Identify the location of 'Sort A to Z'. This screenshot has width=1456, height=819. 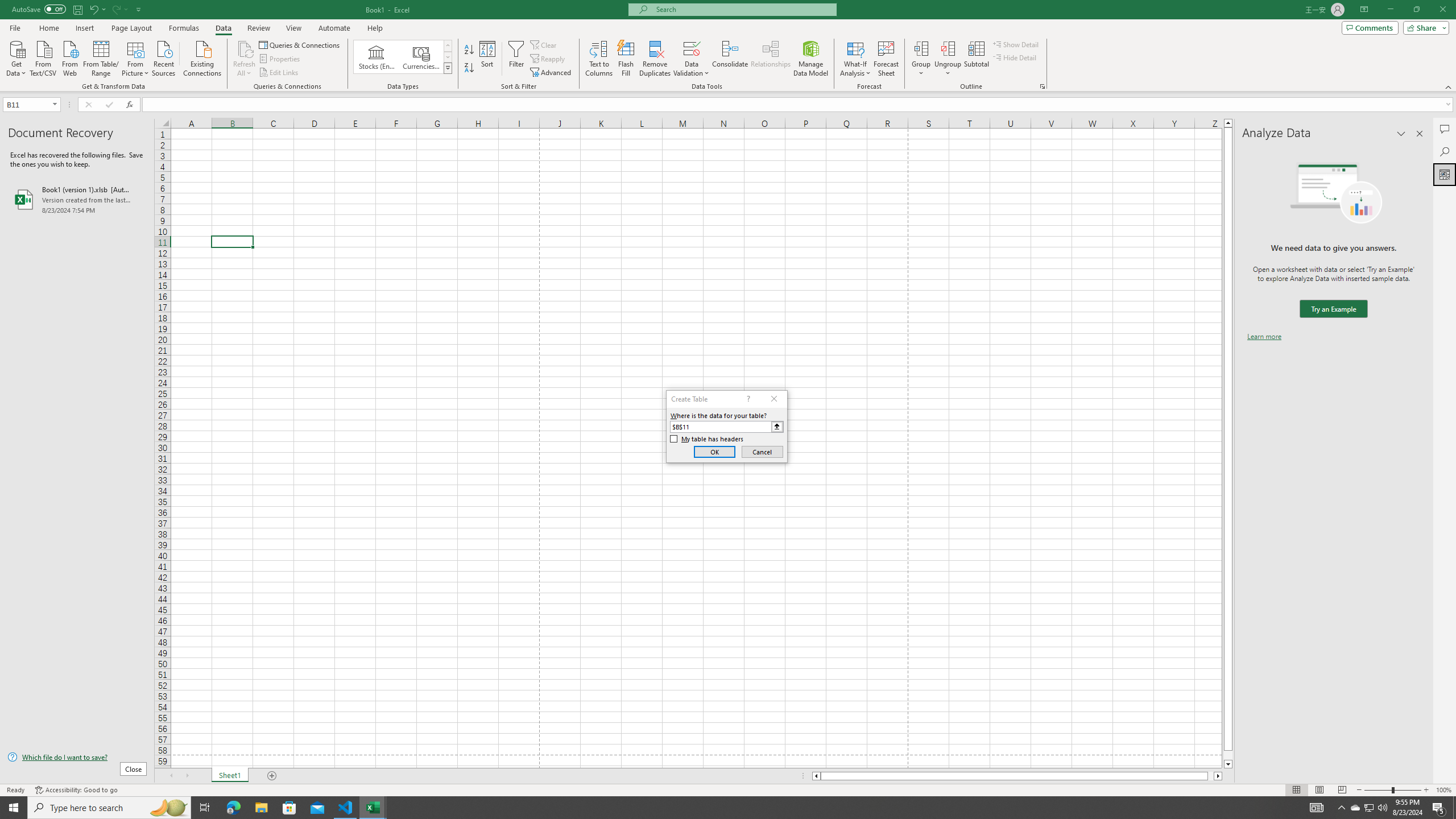
(469, 49).